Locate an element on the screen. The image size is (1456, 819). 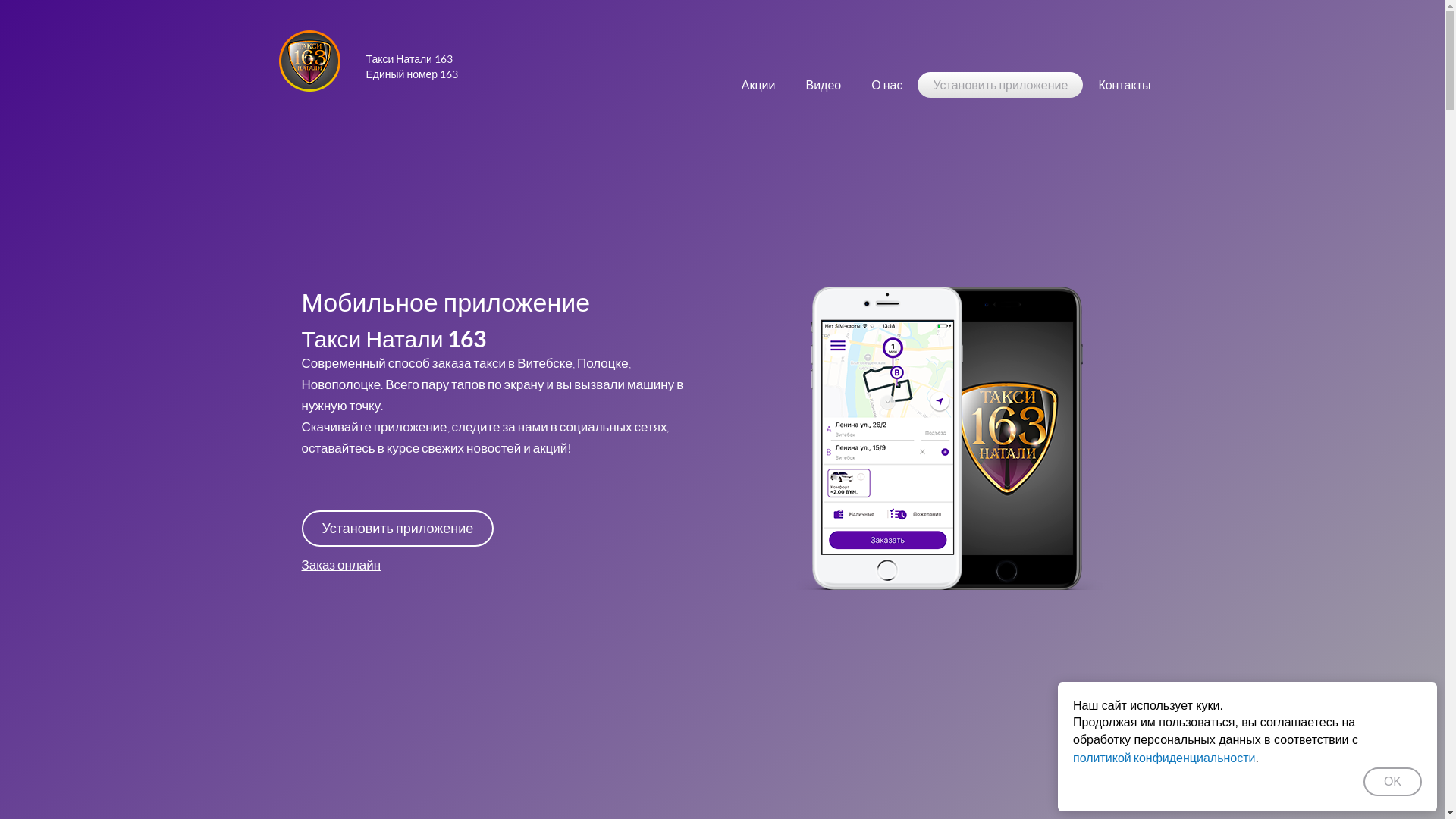
'OK' is located at coordinates (1363, 781).